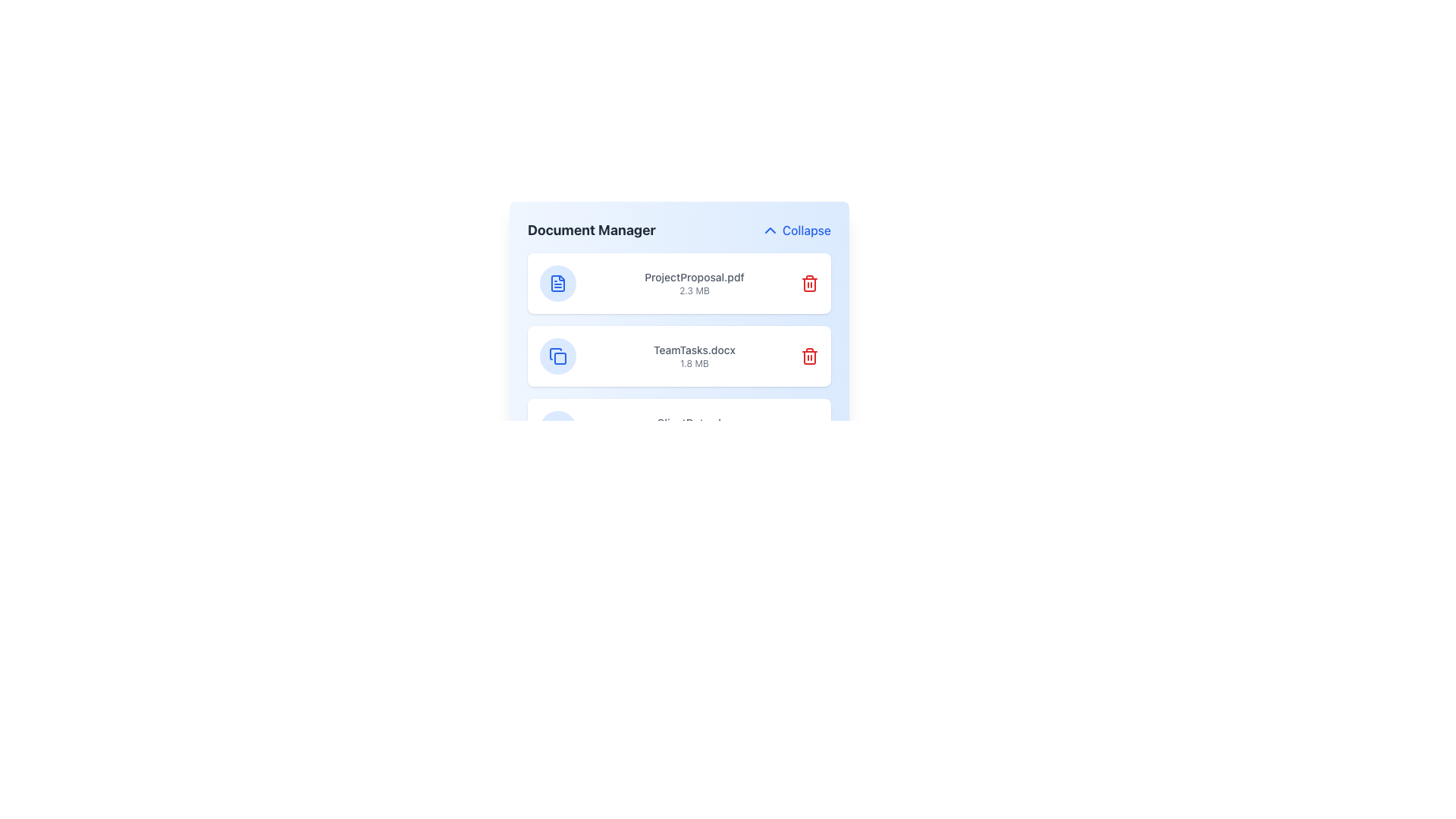 This screenshot has width=1456, height=819. Describe the element at coordinates (557, 284) in the screenshot. I see `the document file icon located to the left of the 'ProjectProposal.pdf' label in the 'Document Manager' panel` at that location.